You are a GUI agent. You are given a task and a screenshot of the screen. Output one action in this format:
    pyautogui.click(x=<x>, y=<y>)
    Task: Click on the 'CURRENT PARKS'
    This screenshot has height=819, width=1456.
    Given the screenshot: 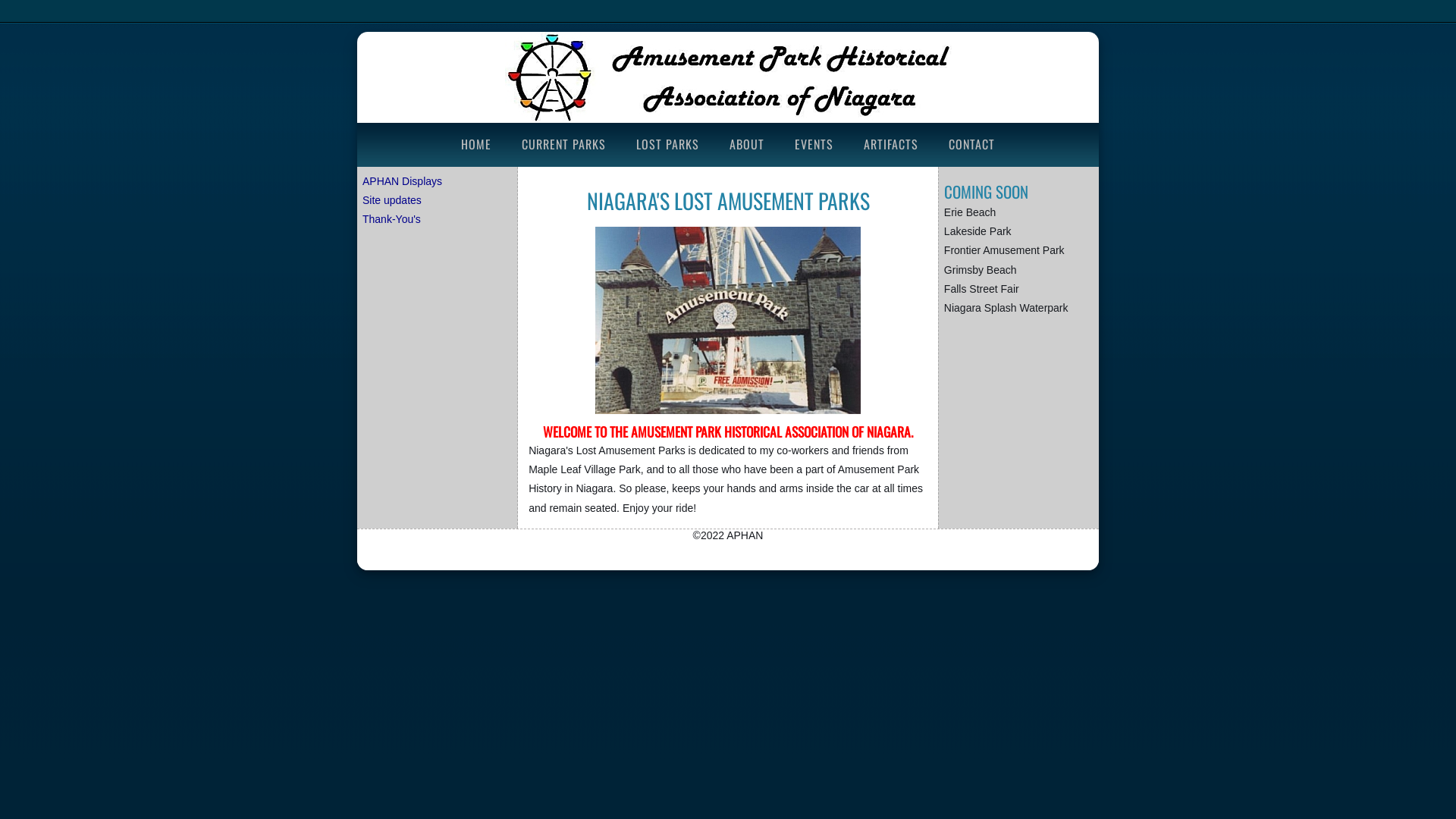 What is the action you would take?
    pyautogui.click(x=563, y=143)
    